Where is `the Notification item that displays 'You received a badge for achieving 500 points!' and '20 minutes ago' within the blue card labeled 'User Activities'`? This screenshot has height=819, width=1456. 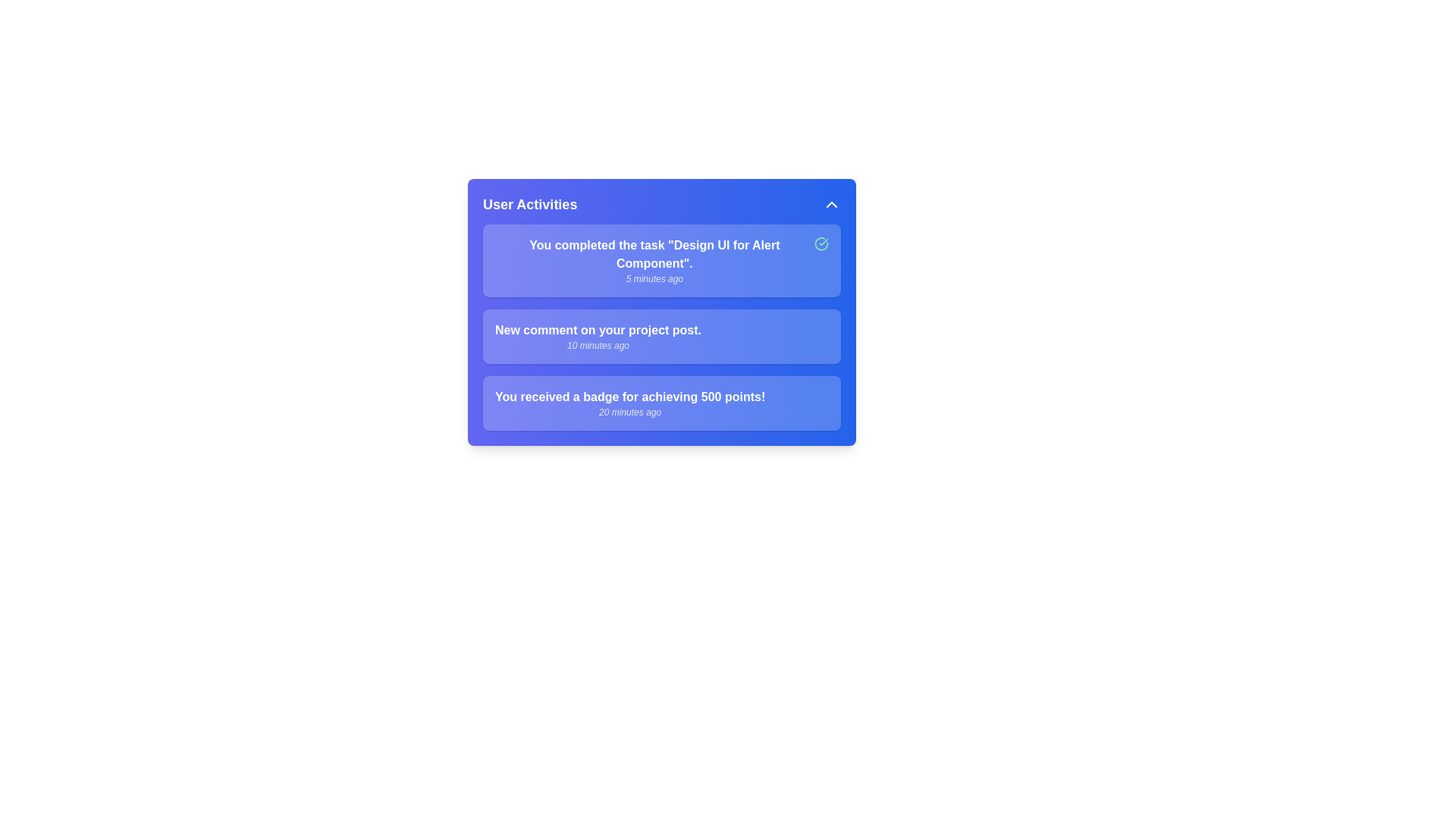
the Notification item that displays 'You received a badge for achieving 500 points!' and '20 minutes ago' within the blue card labeled 'User Activities' is located at coordinates (662, 403).